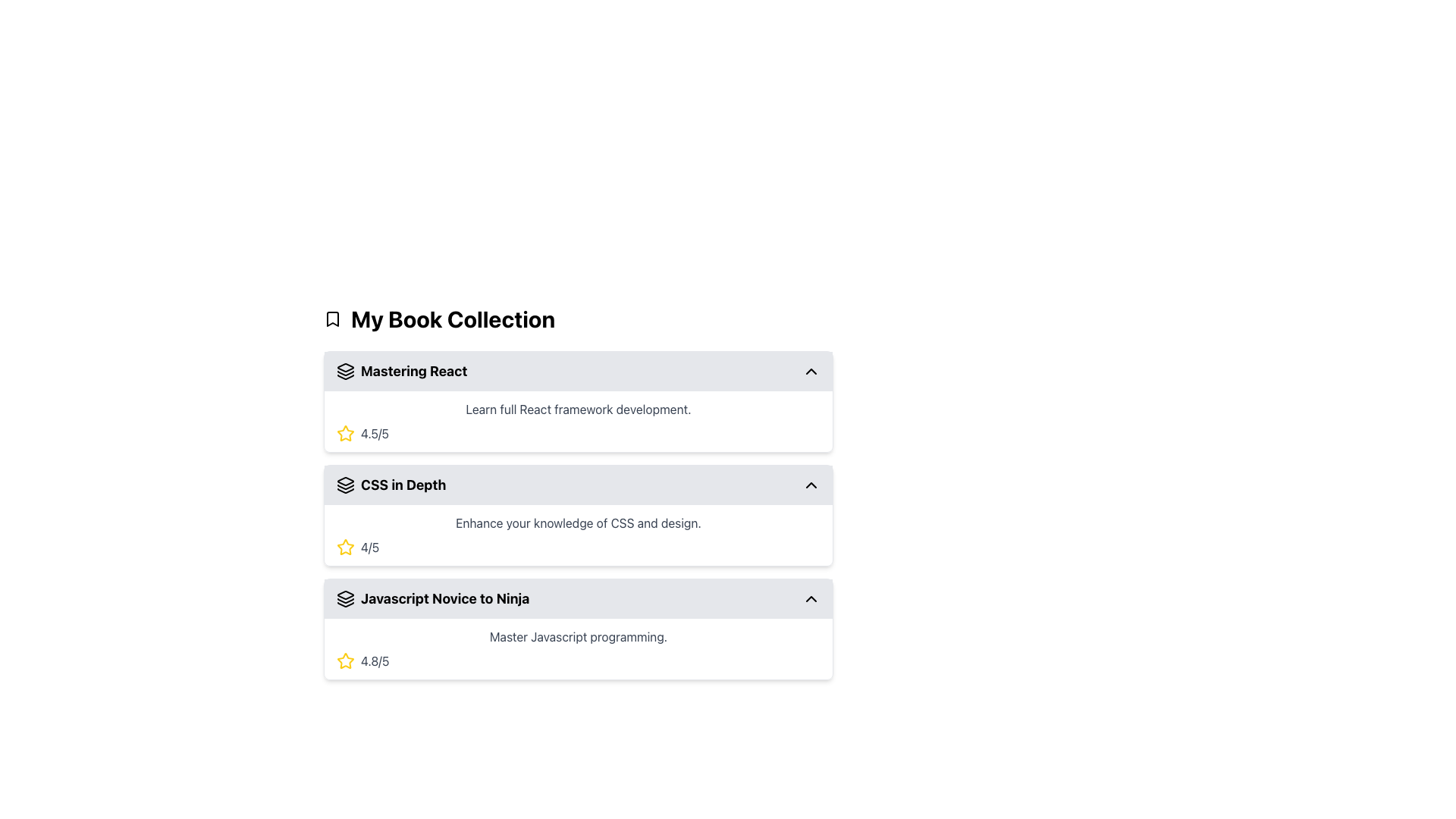 The width and height of the screenshot is (1456, 819). Describe the element at coordinates (811, 598) in the screenshot. I see `the collapse control icon for the 'Javascript Novice to Ninja' section header, located at the far right end of the header` at that location.